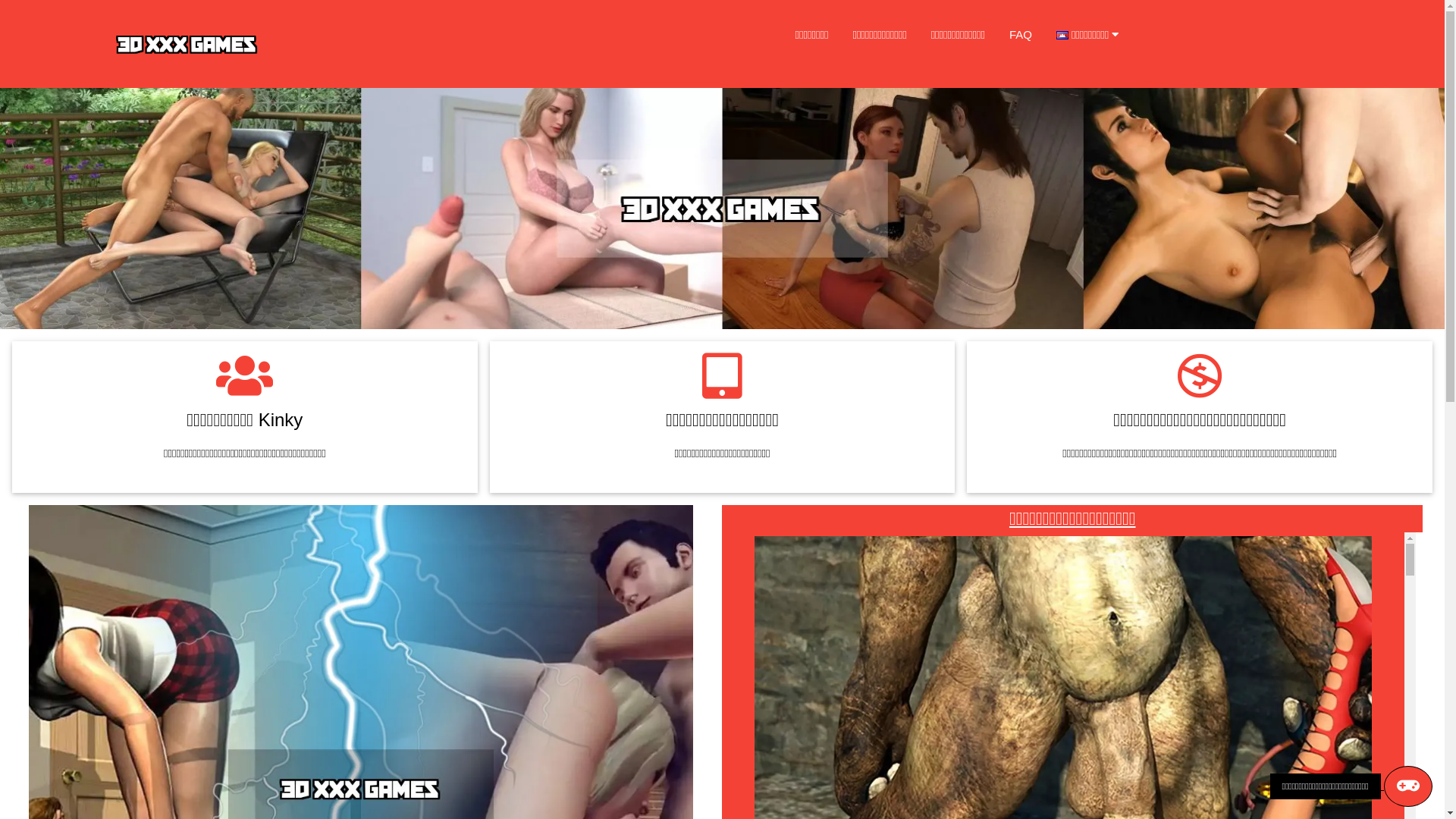 The image size is (1456, 819). I want to click on 'FAQ', so click(997, 34).